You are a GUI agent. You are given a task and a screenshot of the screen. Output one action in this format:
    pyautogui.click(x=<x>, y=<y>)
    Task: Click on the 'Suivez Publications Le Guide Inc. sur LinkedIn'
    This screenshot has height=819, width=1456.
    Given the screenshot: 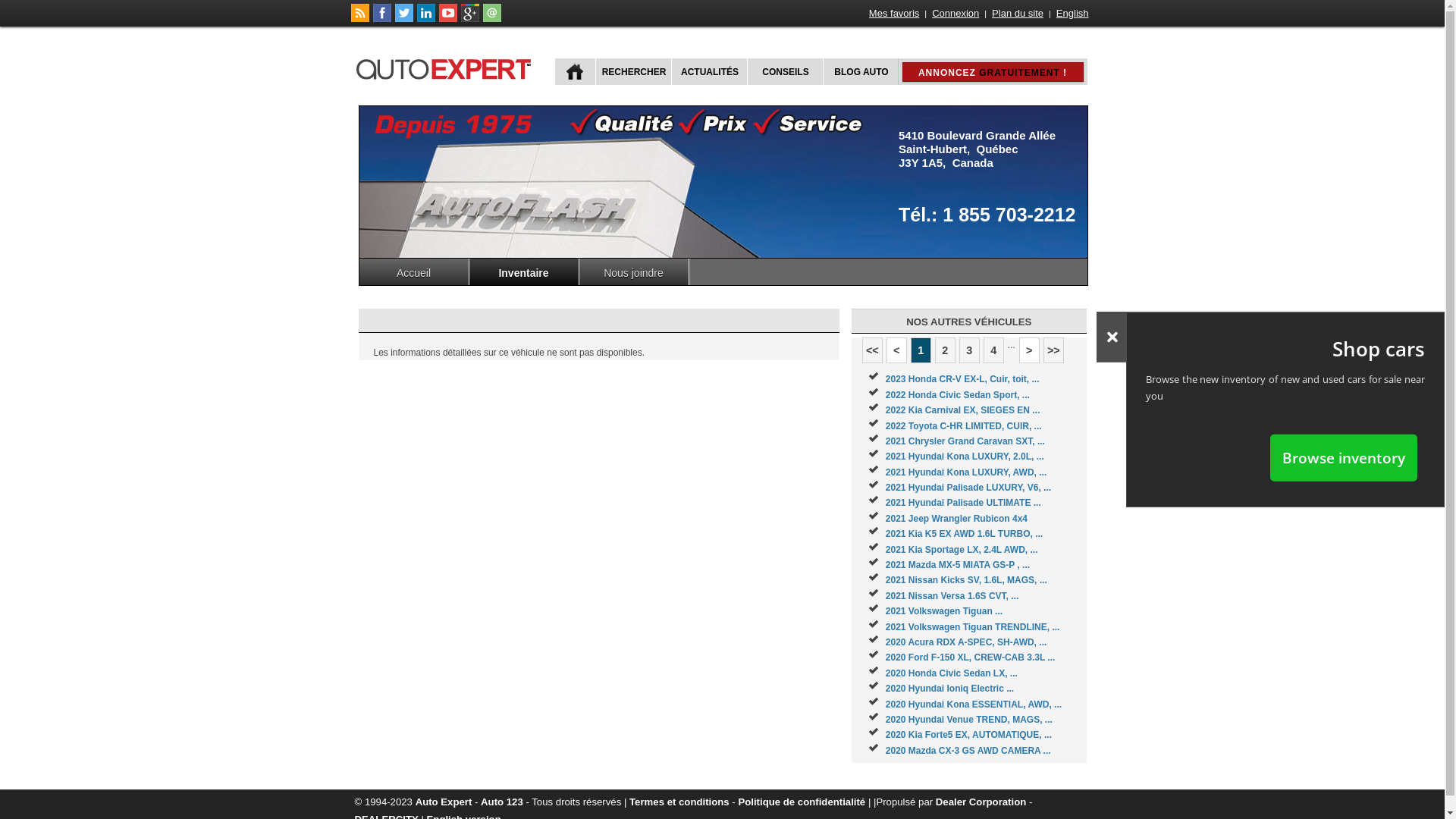 What is the action you would take?
    pyautogui.click(x=425, y=18)
    